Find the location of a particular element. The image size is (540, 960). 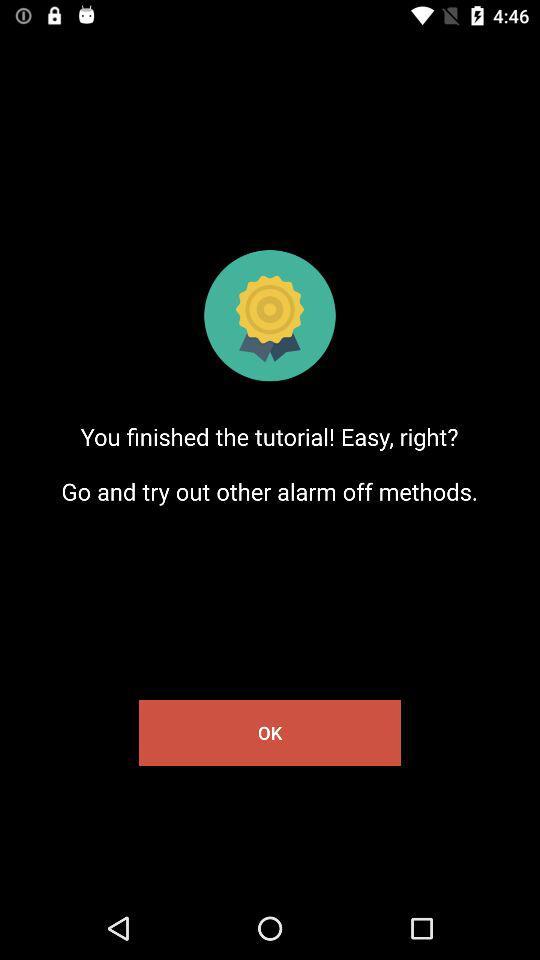

ok item is located at coordinates (270, 731).